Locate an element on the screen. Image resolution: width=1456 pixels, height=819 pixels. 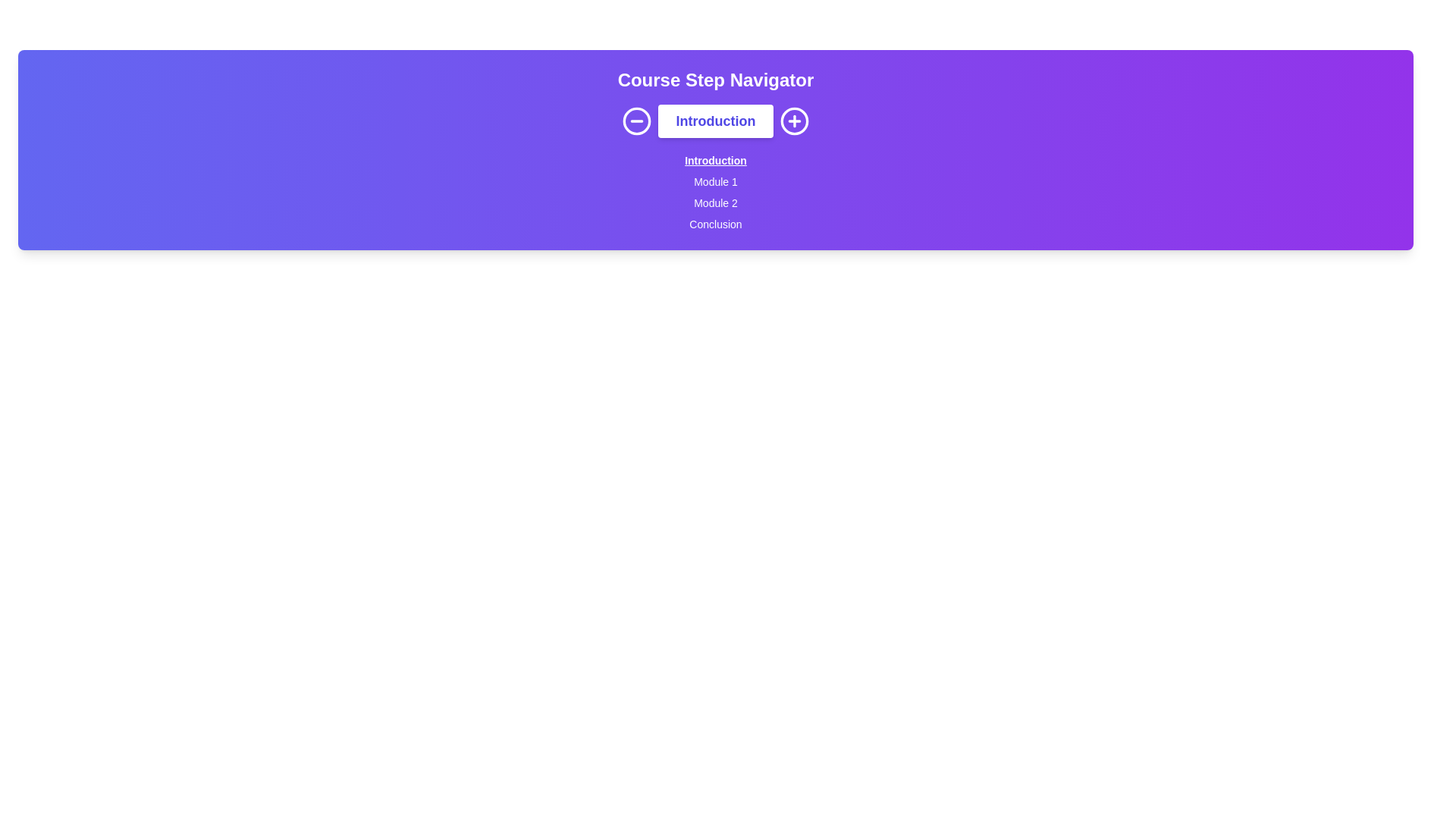
the text element displaying 'Module 2' in white on a purple background is located at coordinates (715, 199).